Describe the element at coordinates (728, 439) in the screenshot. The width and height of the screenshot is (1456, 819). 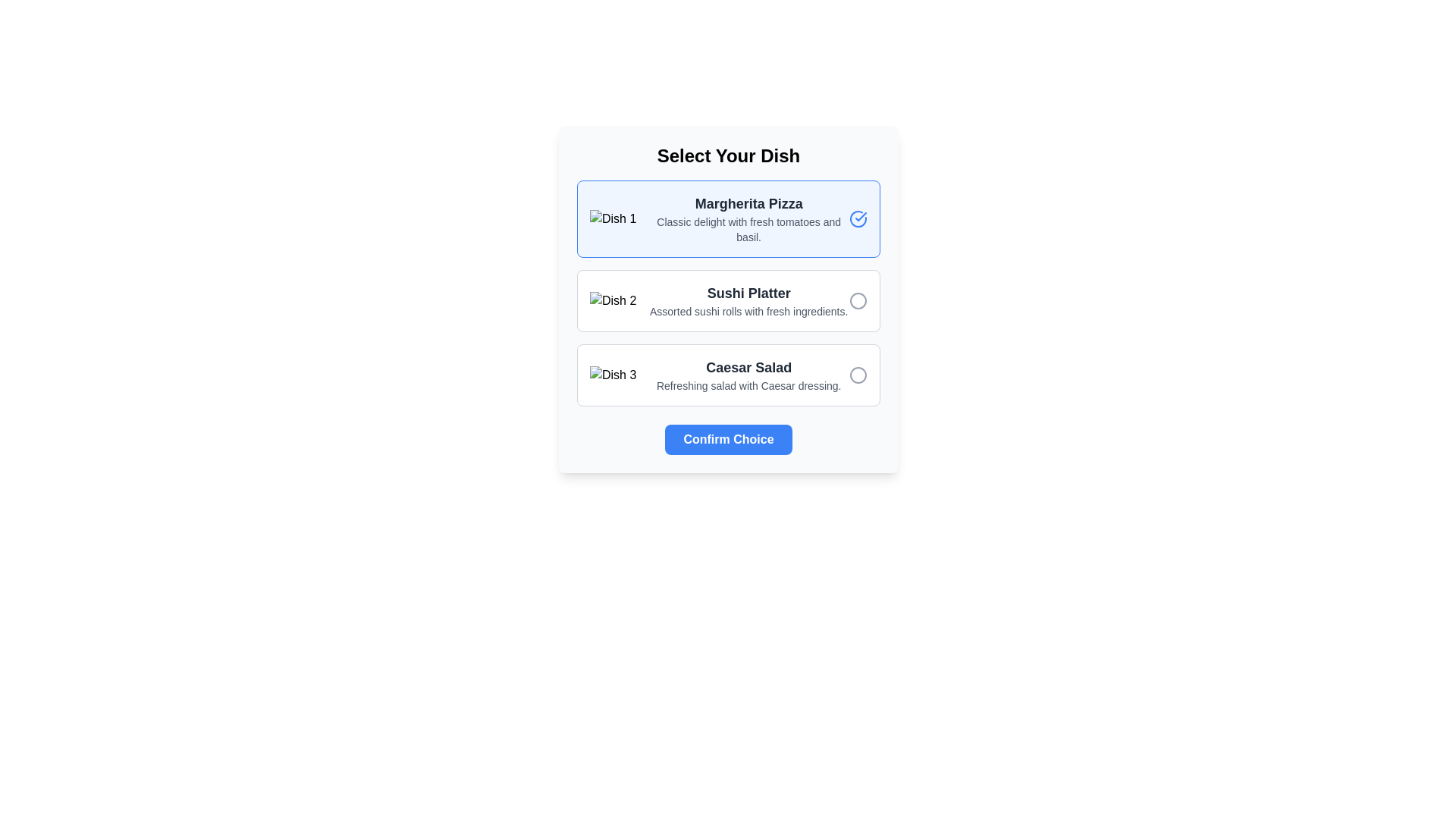
I see `keyboard navigation` at that location.